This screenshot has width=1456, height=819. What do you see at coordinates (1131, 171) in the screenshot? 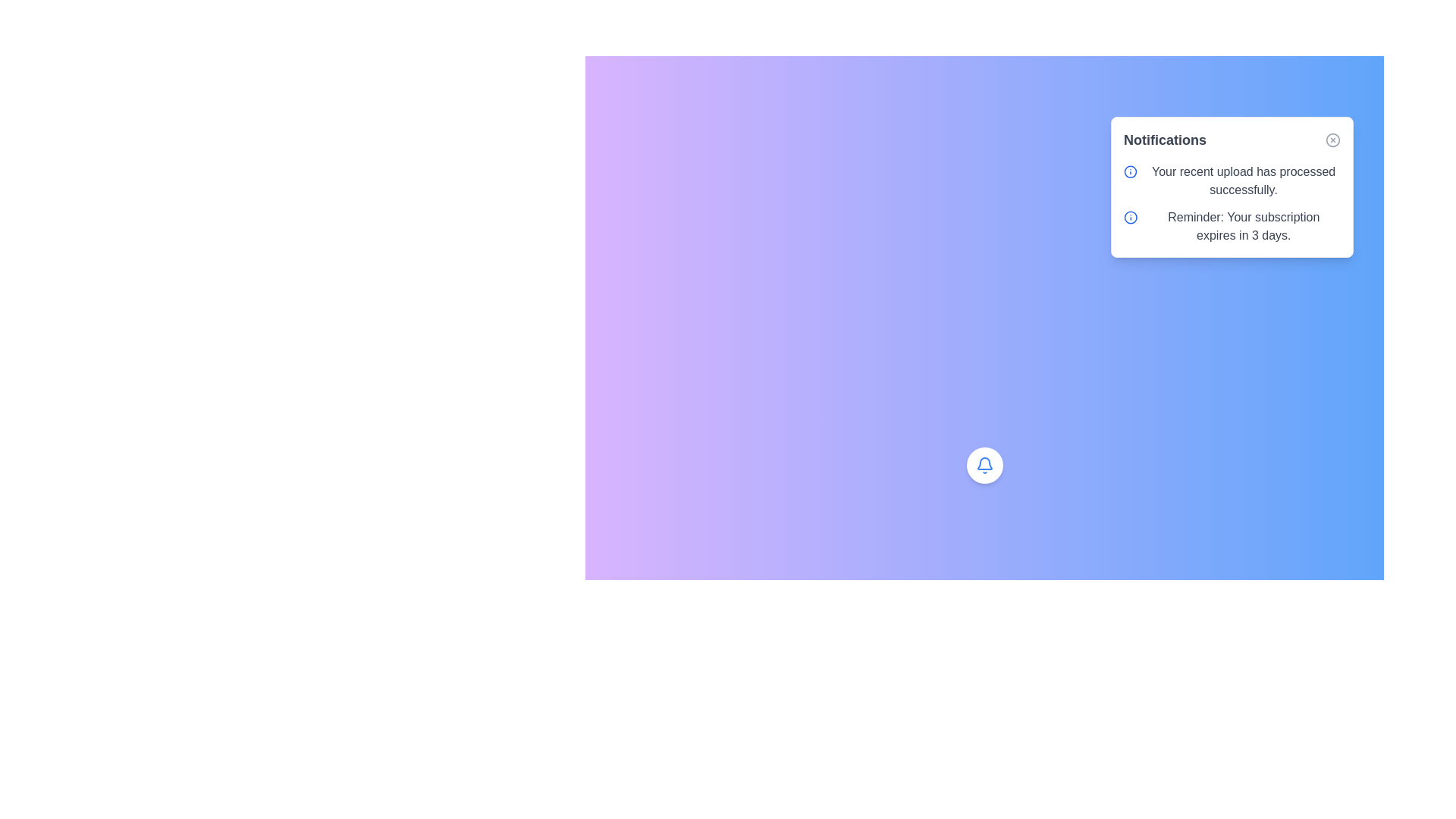
I see `the notification icon that indicates a status update for the message 'Your recent upload has processed successfully.'` at bounding box center [1131, 171].